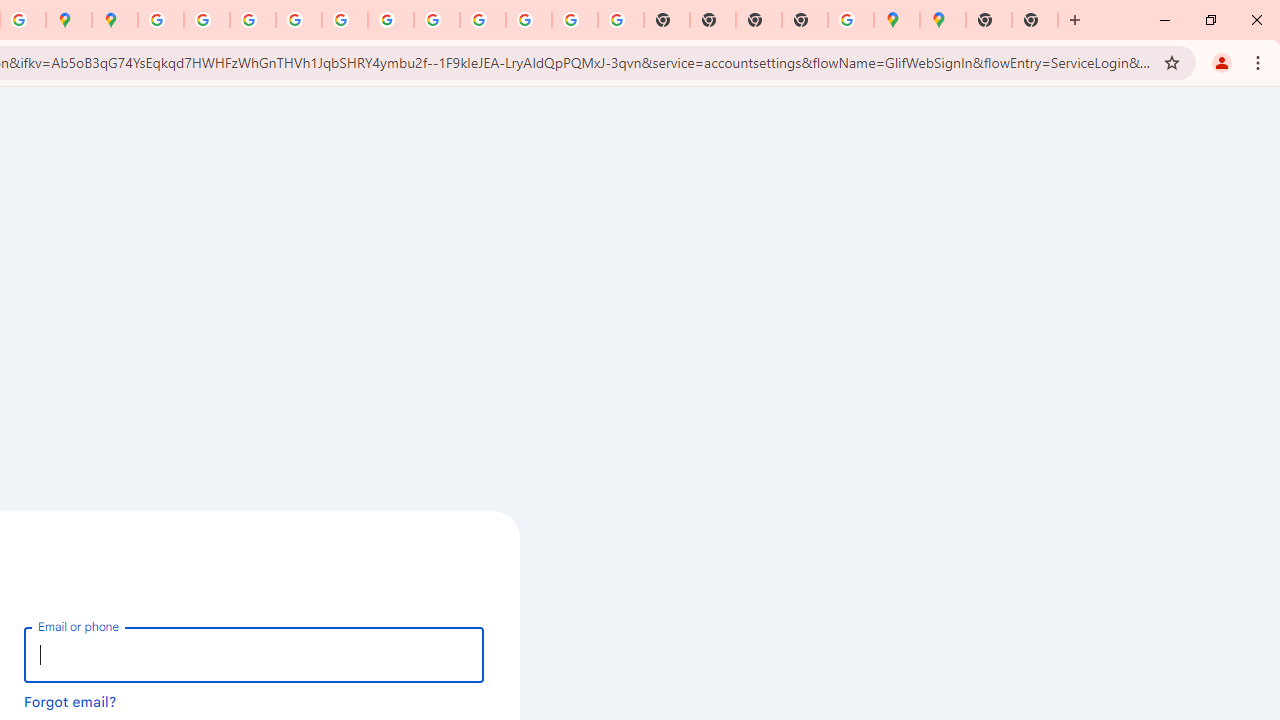 This screenshot has height=720, width=1280. Describe the element at coordinates (1035, 20) in the screenshot. I see `'New Tab'` at that location.